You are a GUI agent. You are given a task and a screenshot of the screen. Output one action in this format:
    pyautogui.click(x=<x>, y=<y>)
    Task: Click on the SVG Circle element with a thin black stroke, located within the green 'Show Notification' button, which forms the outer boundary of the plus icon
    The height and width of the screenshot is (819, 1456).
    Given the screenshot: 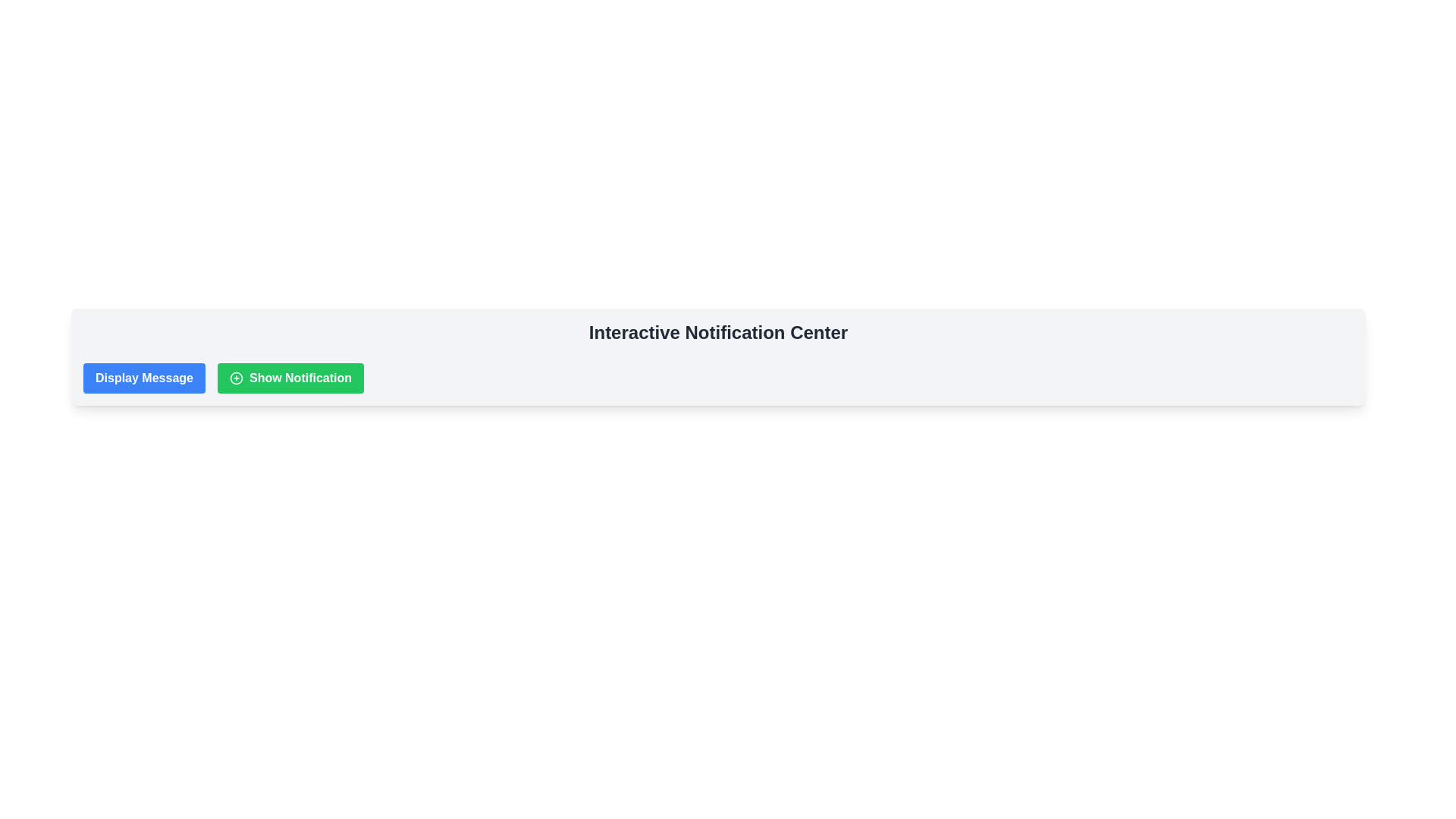 What is the action you would take?
    pyautogui.click(x=236, y=377)
    